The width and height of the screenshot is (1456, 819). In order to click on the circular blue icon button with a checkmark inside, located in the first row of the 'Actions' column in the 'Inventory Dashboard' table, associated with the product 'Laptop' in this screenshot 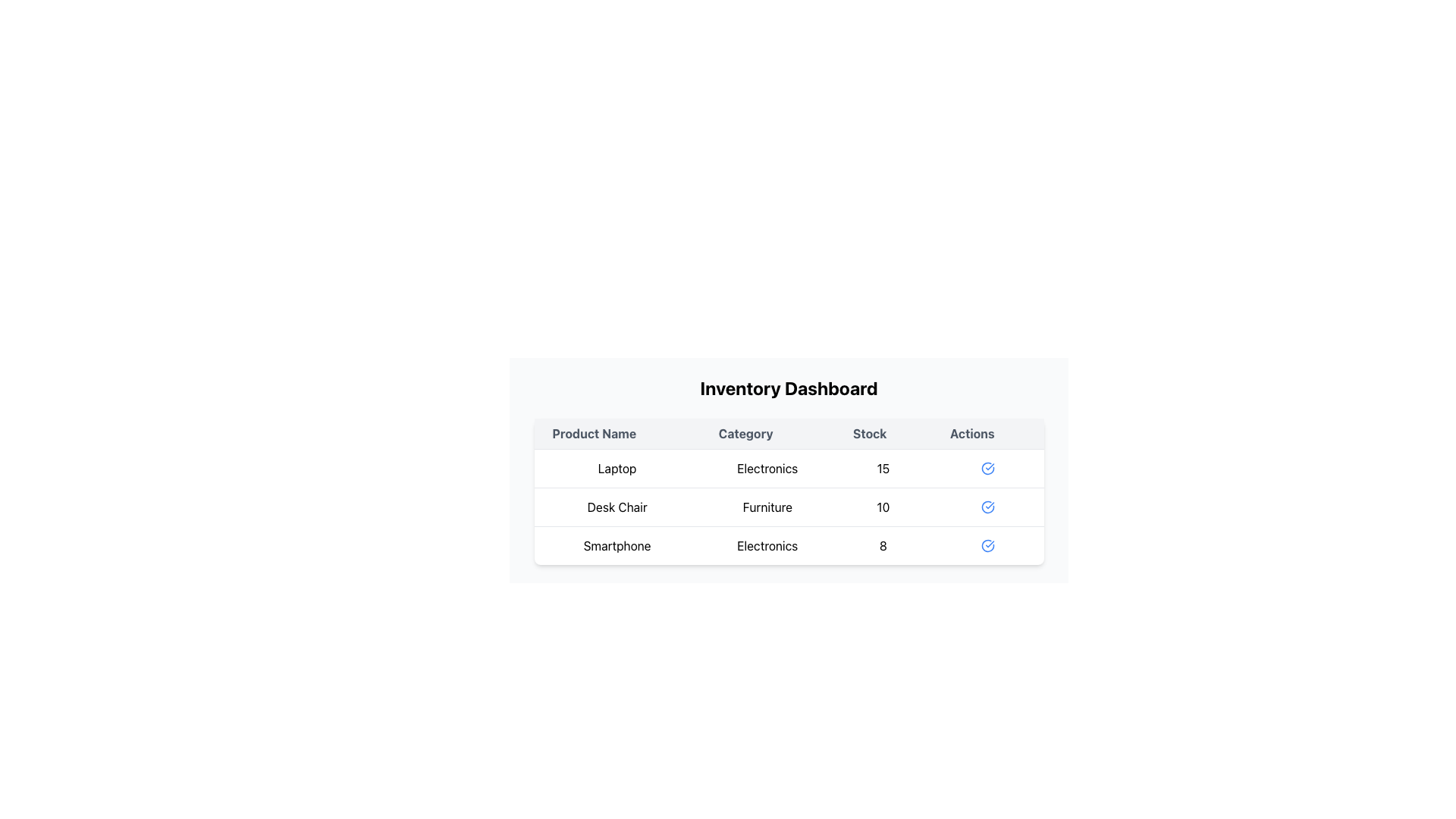, I will do `click(987, 467)`.